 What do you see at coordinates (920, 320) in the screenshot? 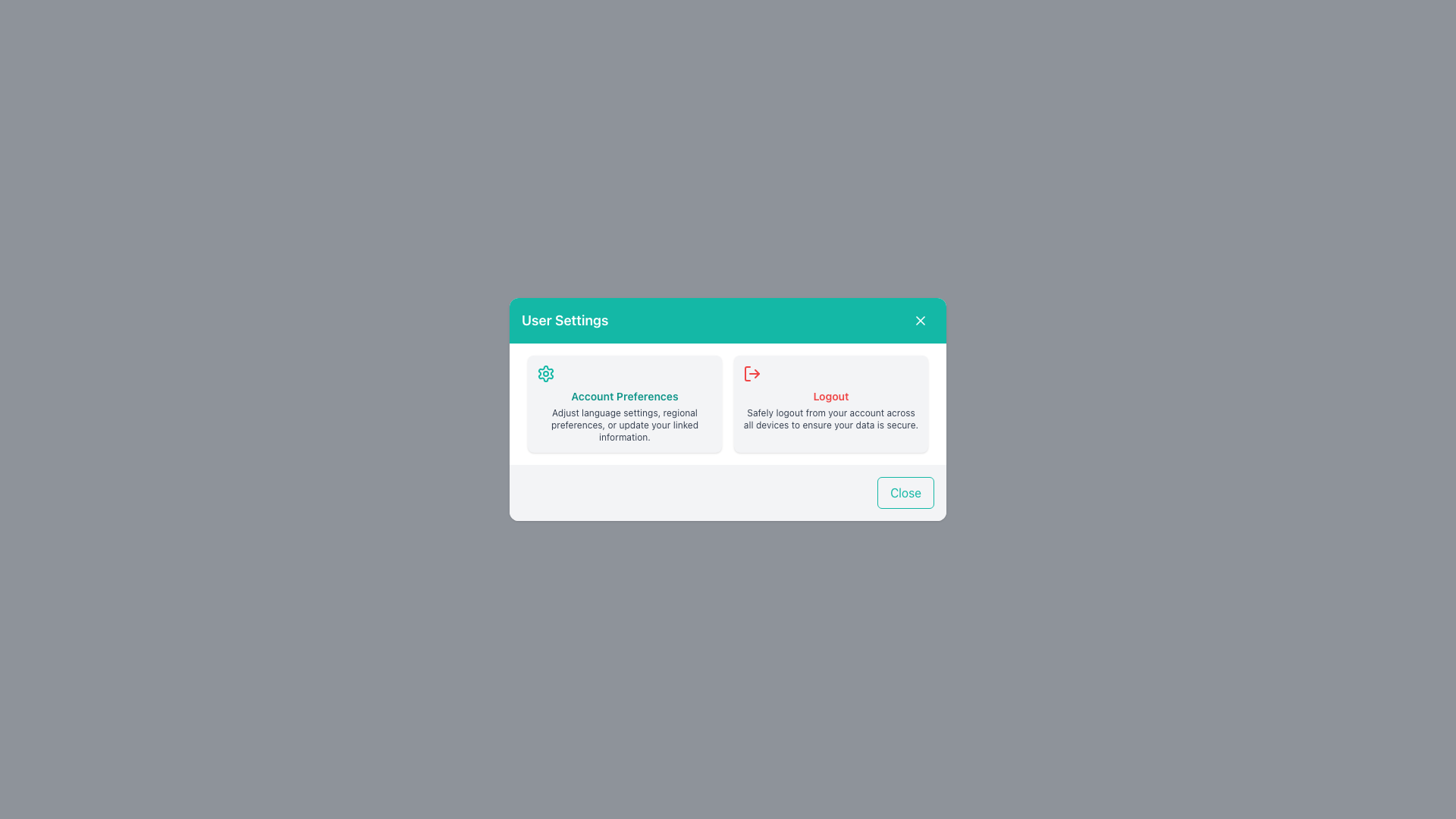
I see `the close icon located at the top-right corner of the 'User Settings' modal dialog` at bounding box center [920, 320].